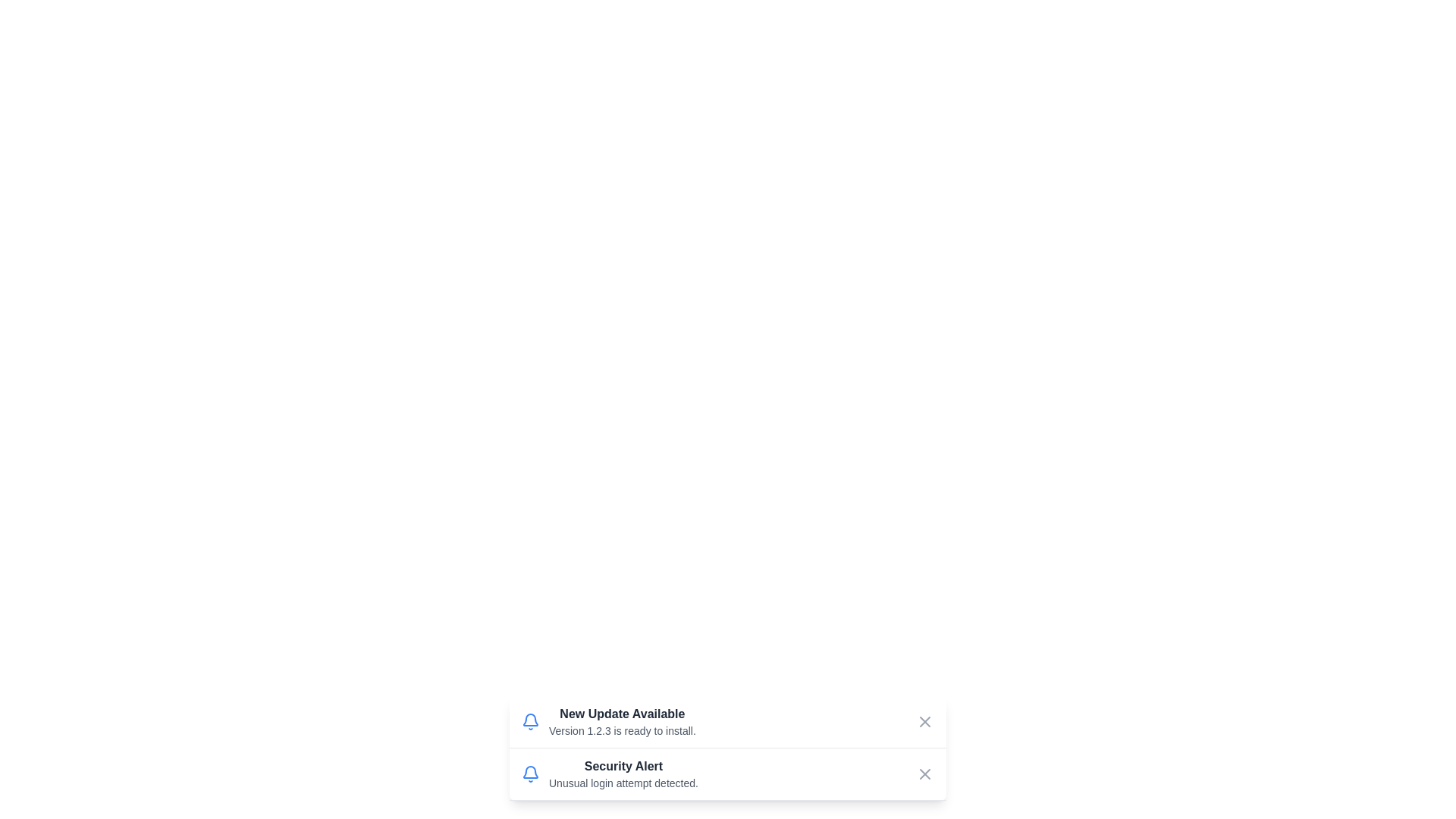 The image size is (1456, 819). What do you see at coordinates (924, 774) in the screenshot?
I see `close button for the notification titled 'Security Alert'` at bounding box center [924, 774].